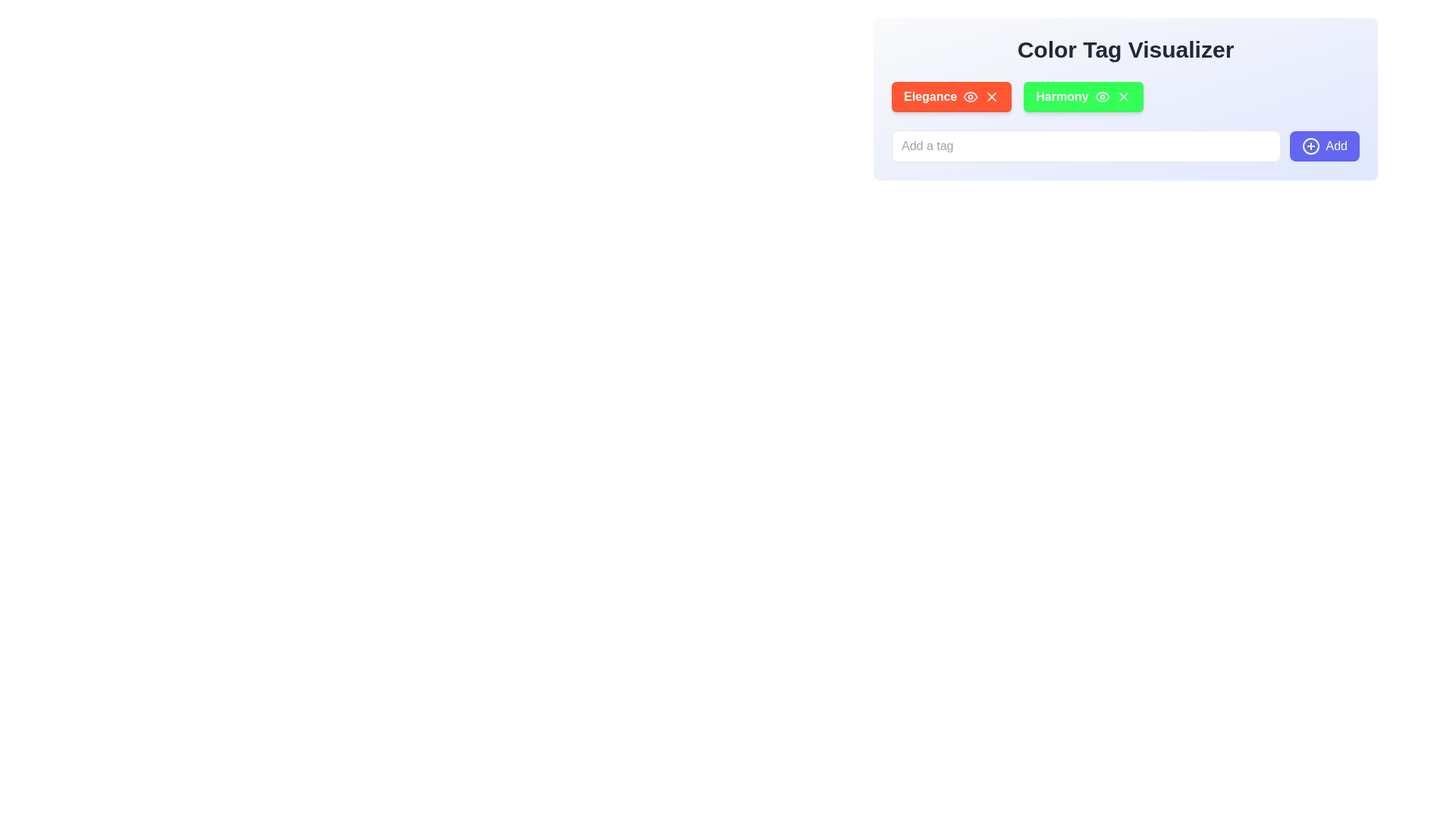 This screenshot has height=819, width=1456. What do you see at coordinates (971, 96) in the screenshot?
I see `the small eye-shaped icon with a curved outline and a circle` at bounding box center [971, 96].